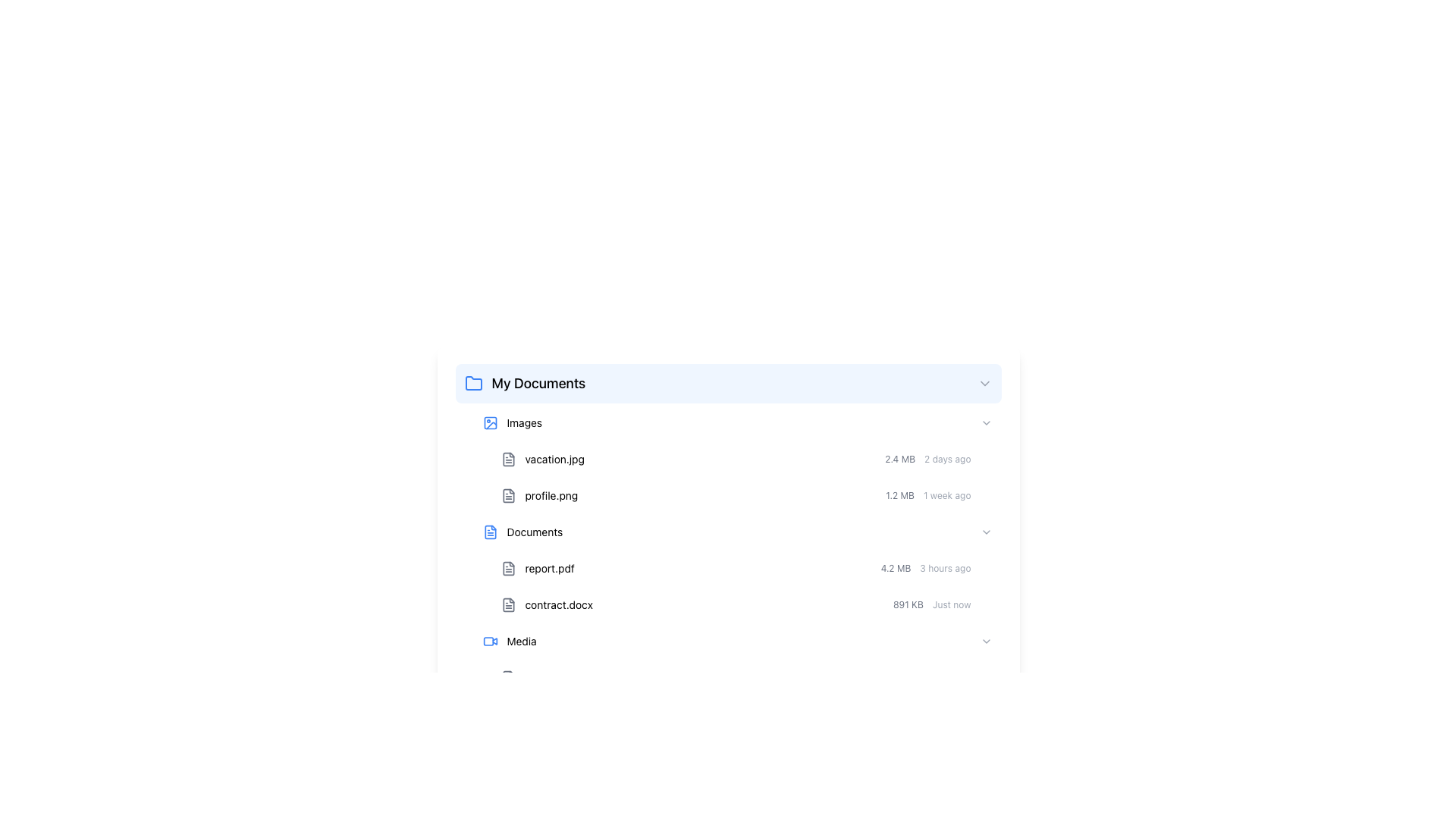 This screenshot has height=819, width=1456. Describe the element at coordinates (490, 532) in the screenshot. I see `the small blue document icon with a folded corner next to the text 'Documents' in the second item of the list view` at that location.